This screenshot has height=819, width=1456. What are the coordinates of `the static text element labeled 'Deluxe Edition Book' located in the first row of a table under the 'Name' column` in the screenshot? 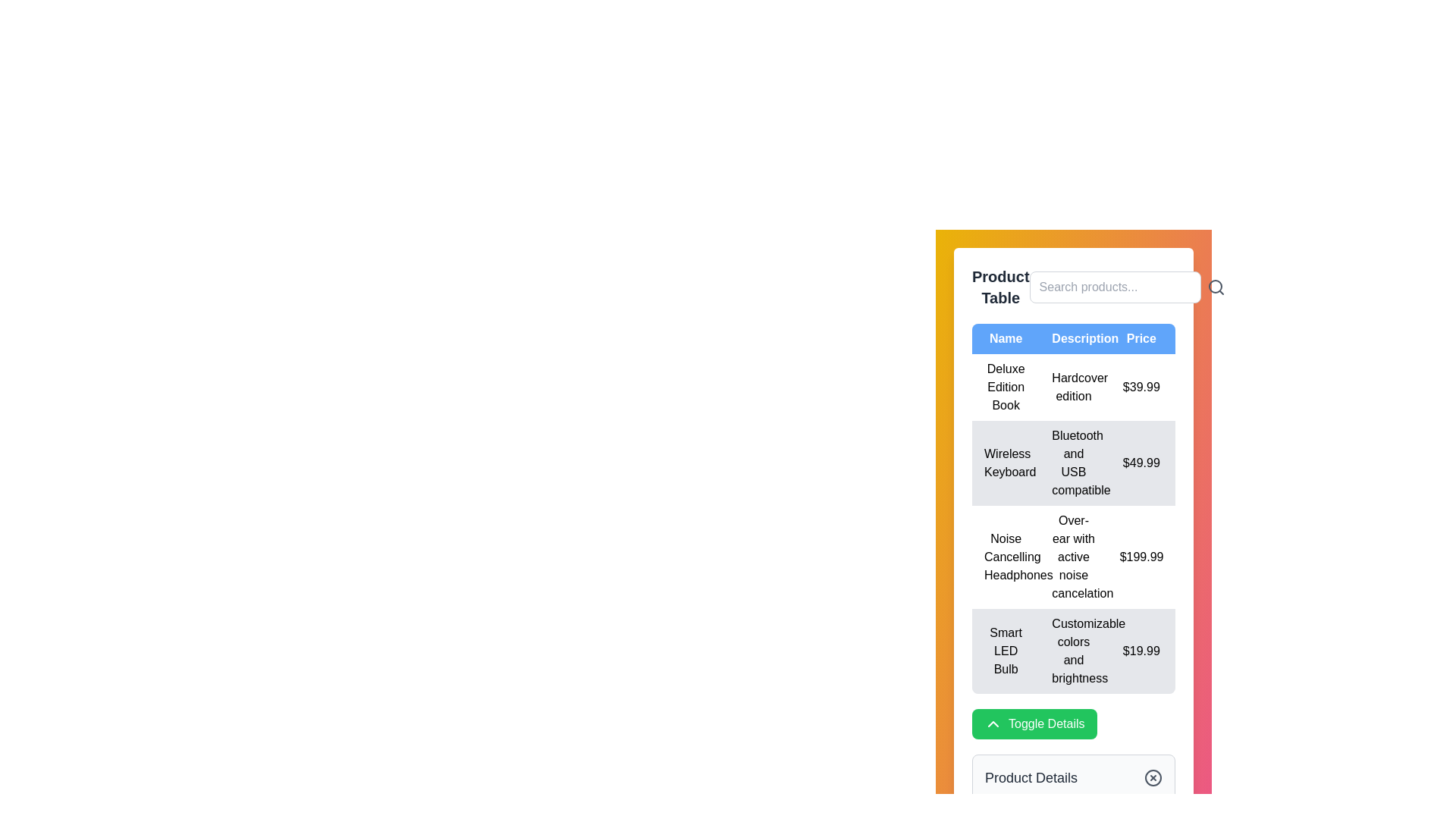 It's located at (1006, 386).